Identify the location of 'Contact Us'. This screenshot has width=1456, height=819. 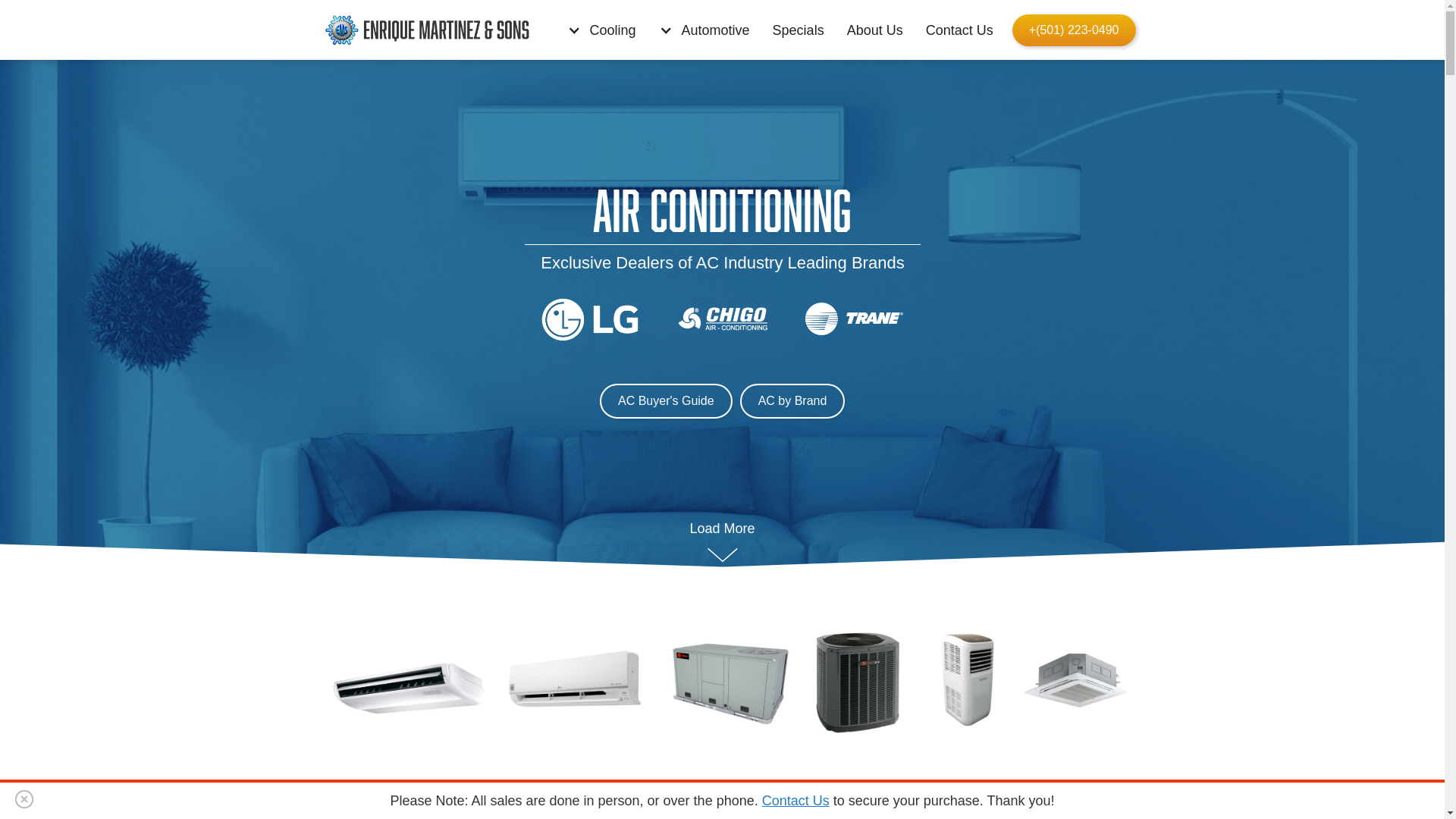
(962, 30).